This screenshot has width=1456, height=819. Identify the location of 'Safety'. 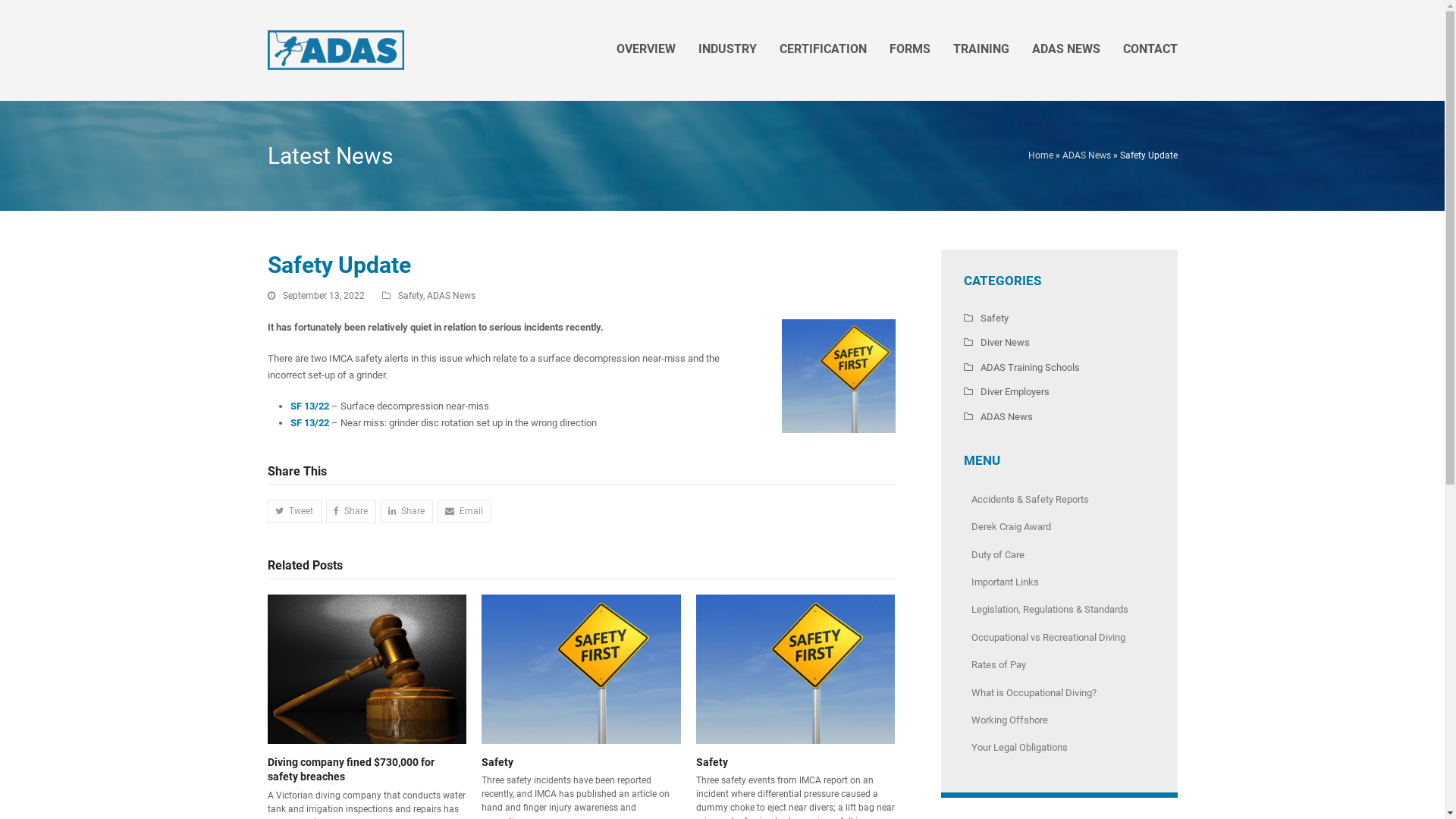
(795, 667).